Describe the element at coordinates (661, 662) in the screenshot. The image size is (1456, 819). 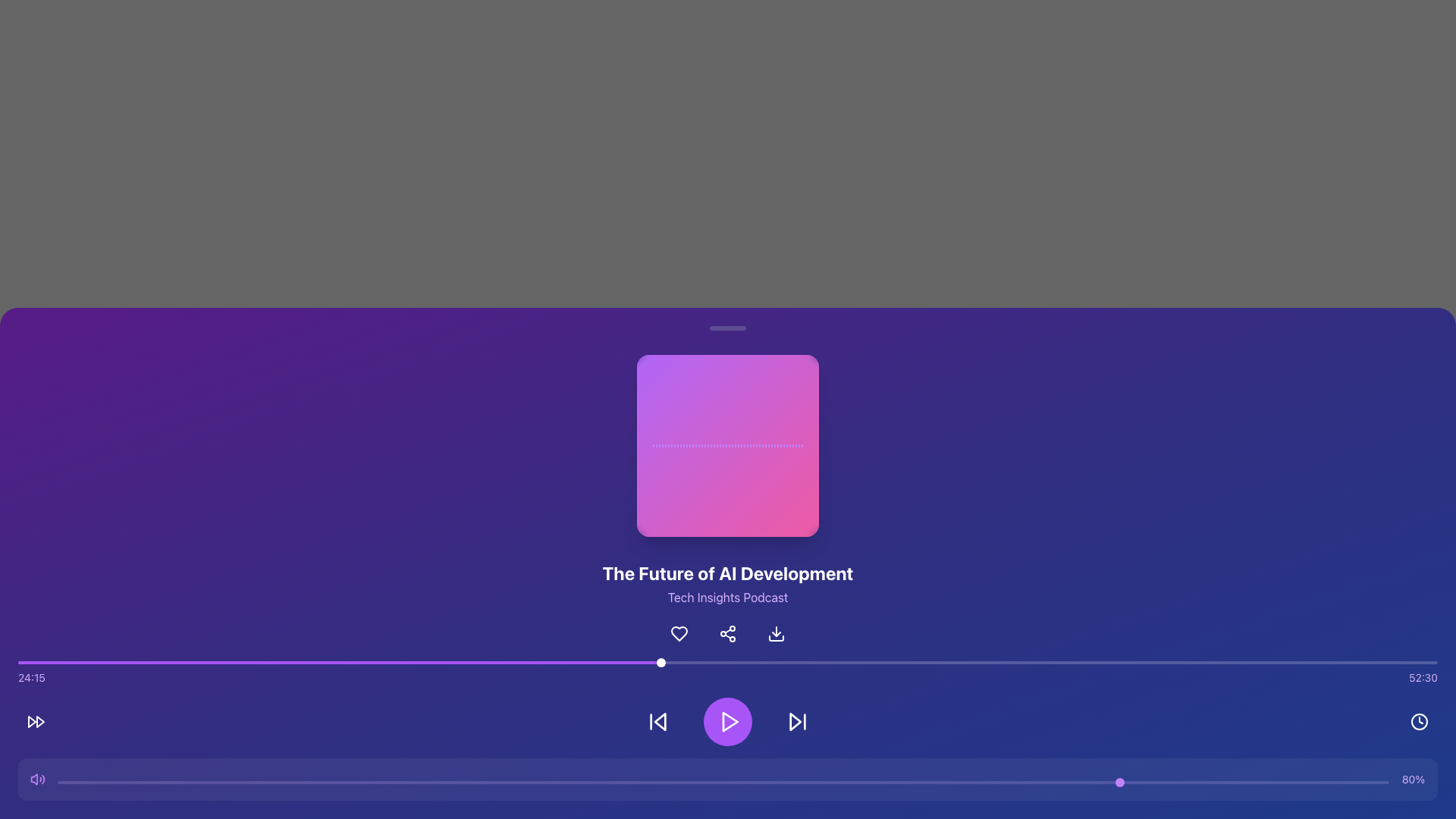
I see `on the small white circular slider knob located approximately 45% from the left on the horizontal slider track, which is situated towards the bottom center of the interface, above the audio playback controls` at that location.